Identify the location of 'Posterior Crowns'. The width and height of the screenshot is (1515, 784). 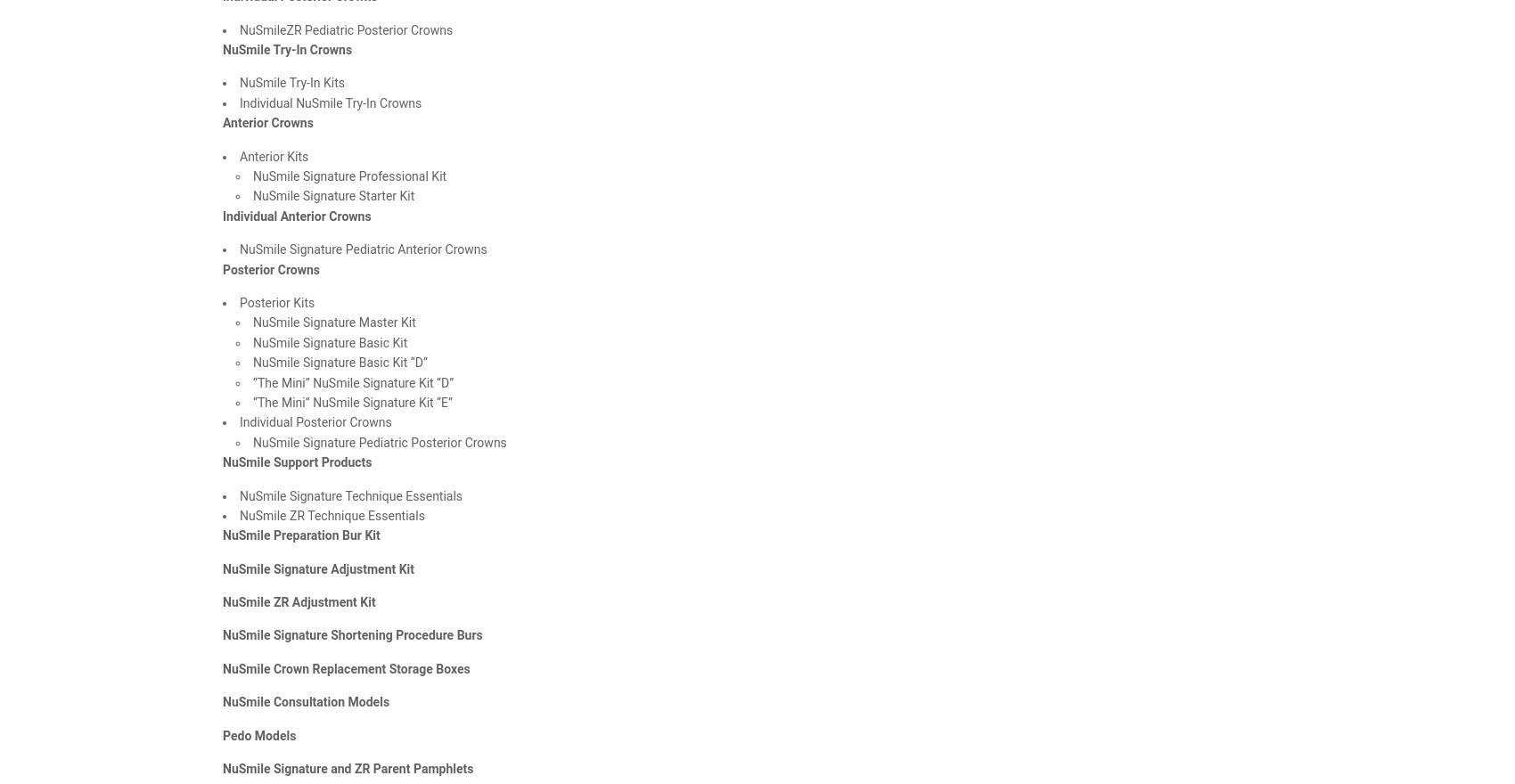
(271, 268).